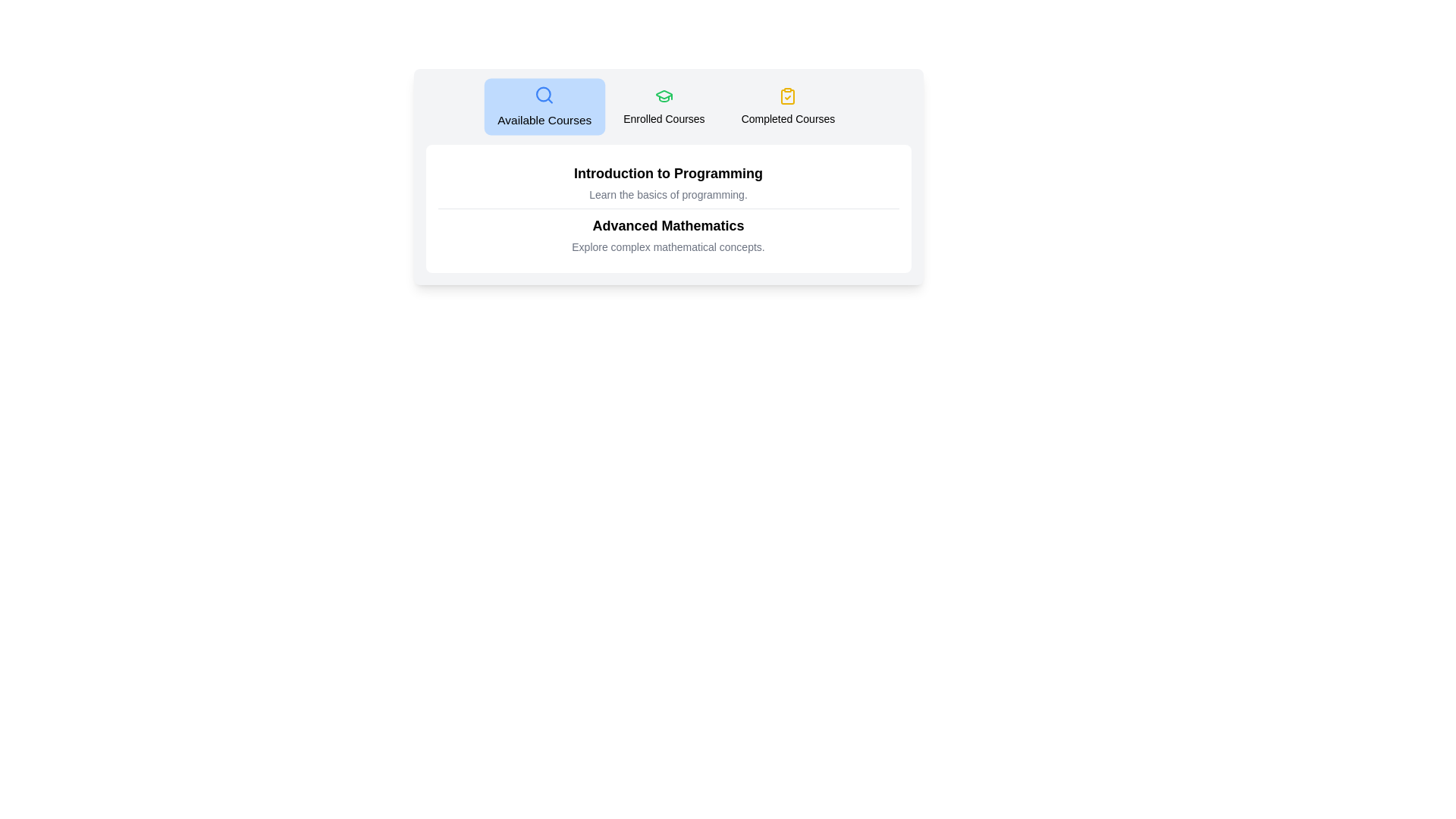  I want to click on the tab labeled Completed Courses, so click(788, 106).